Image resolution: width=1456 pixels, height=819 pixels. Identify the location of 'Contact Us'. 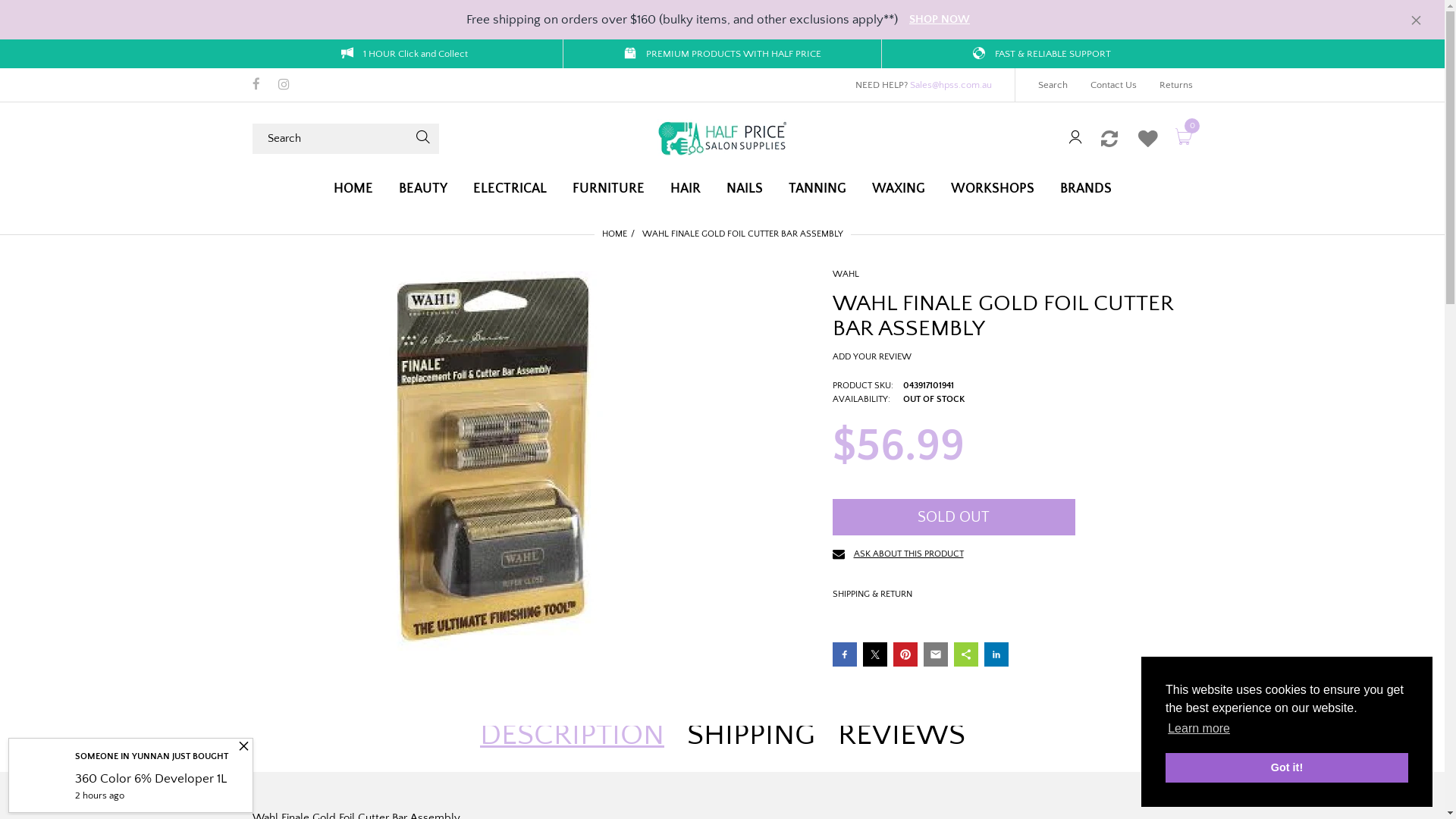
(1113, 84).